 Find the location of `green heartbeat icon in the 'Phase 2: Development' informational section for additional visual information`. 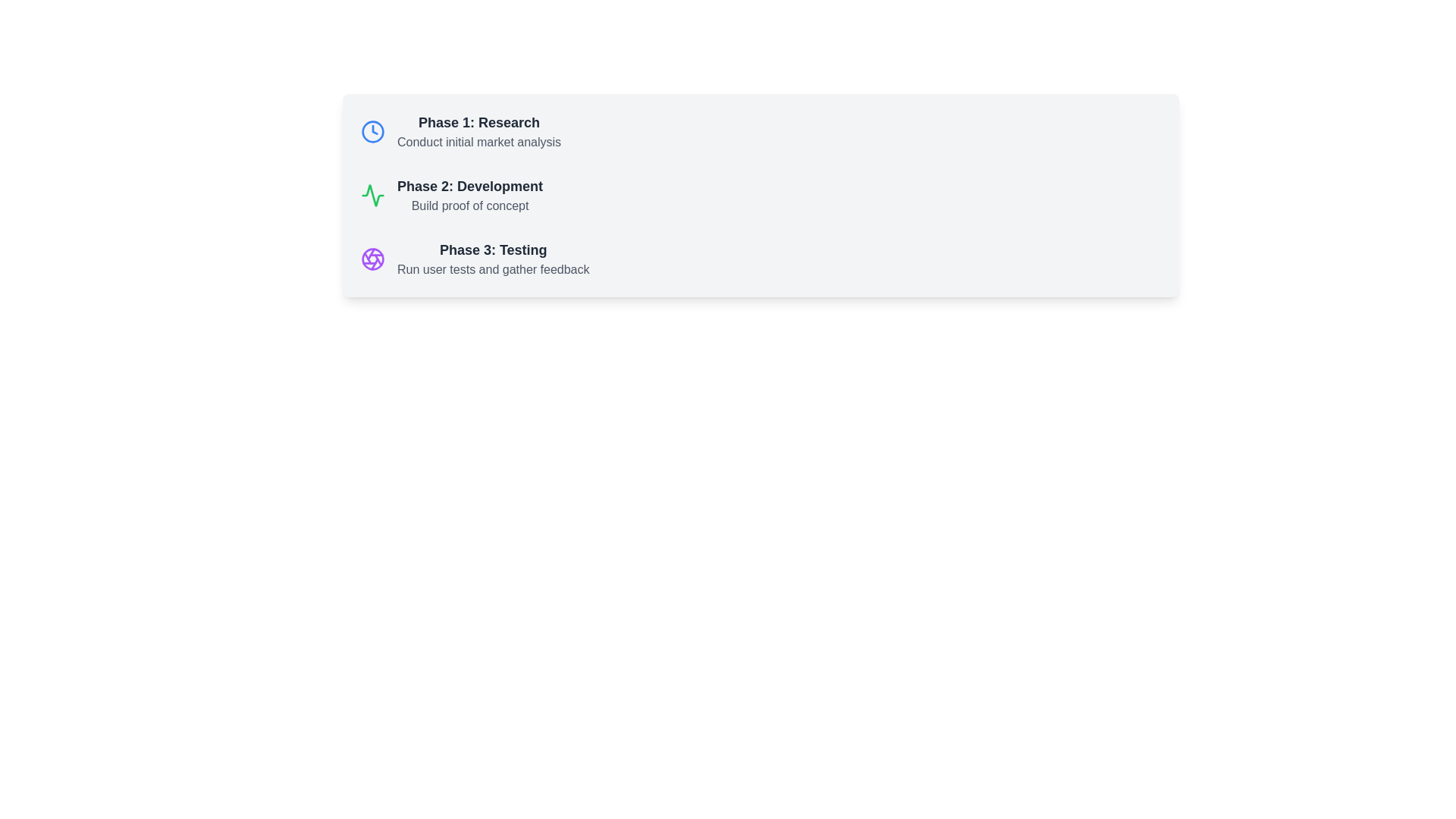

green heartbeat icon in the 'Phase 2: Development' informational section for additional visual information is located at coordinates (761, 195).